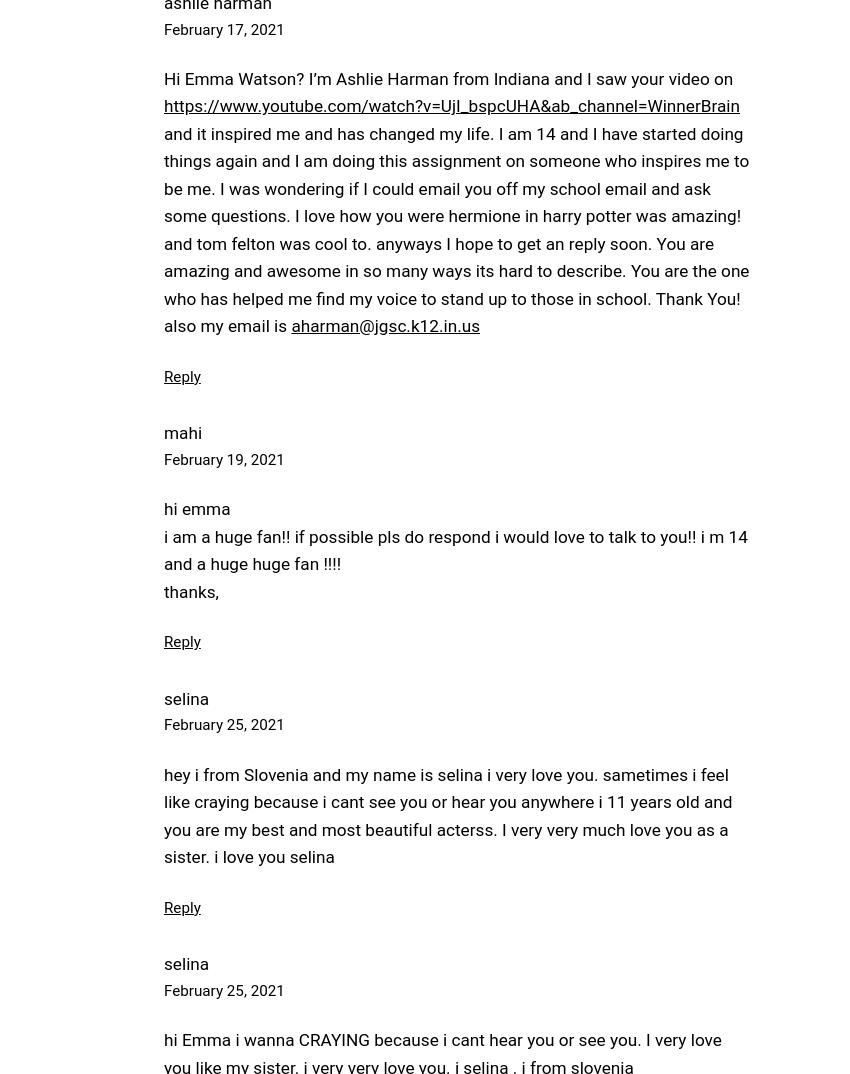 Image resolution: width=850 pixels, height=1074 pixels. What do you see at coordinates (385, 324) in the screenshot?
I see `'aharman@jgsc.k12.in.us'` at bounding box center [385, 324].